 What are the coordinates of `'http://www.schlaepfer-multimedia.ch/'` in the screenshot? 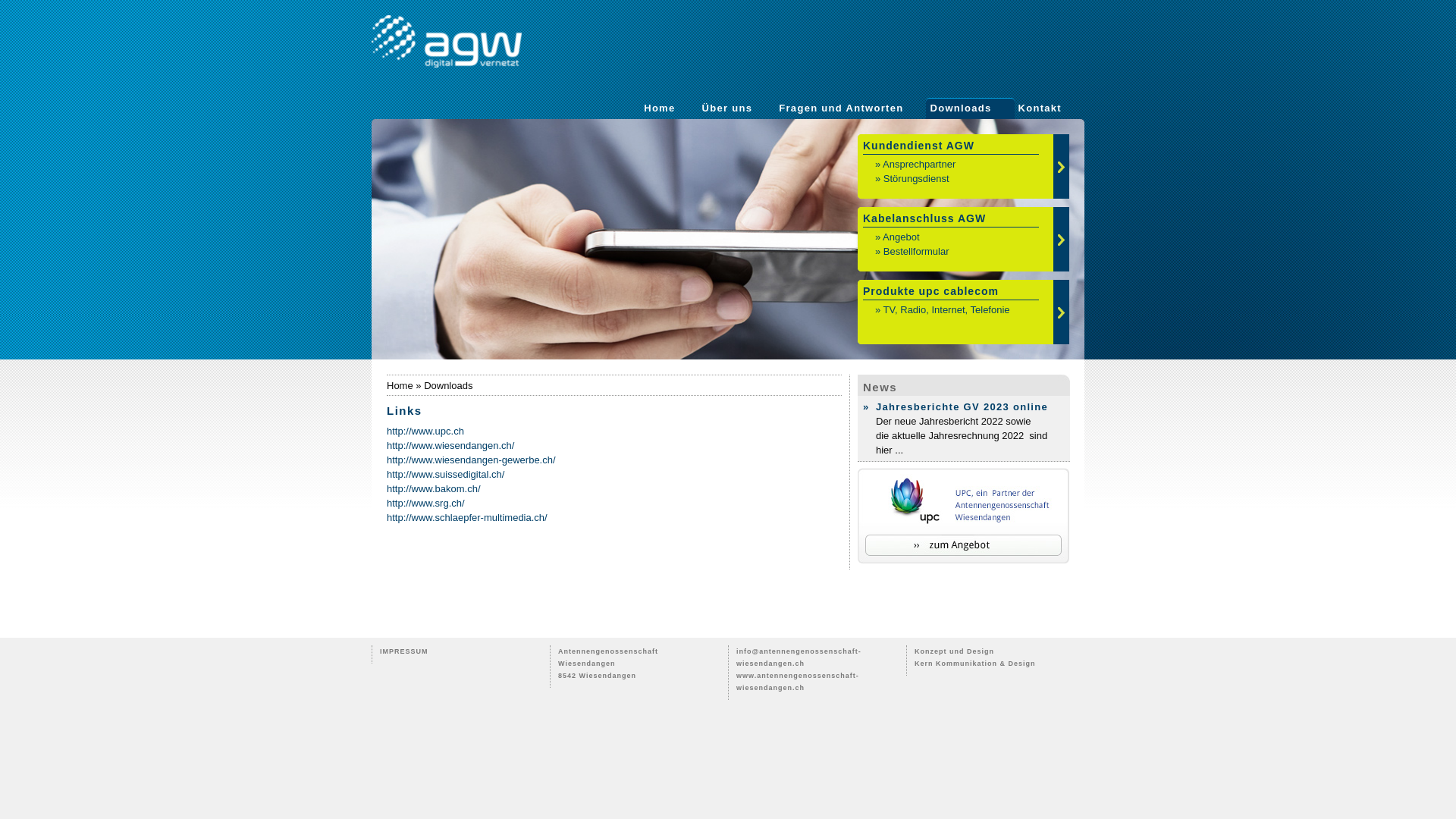 It's located at (466, 516).